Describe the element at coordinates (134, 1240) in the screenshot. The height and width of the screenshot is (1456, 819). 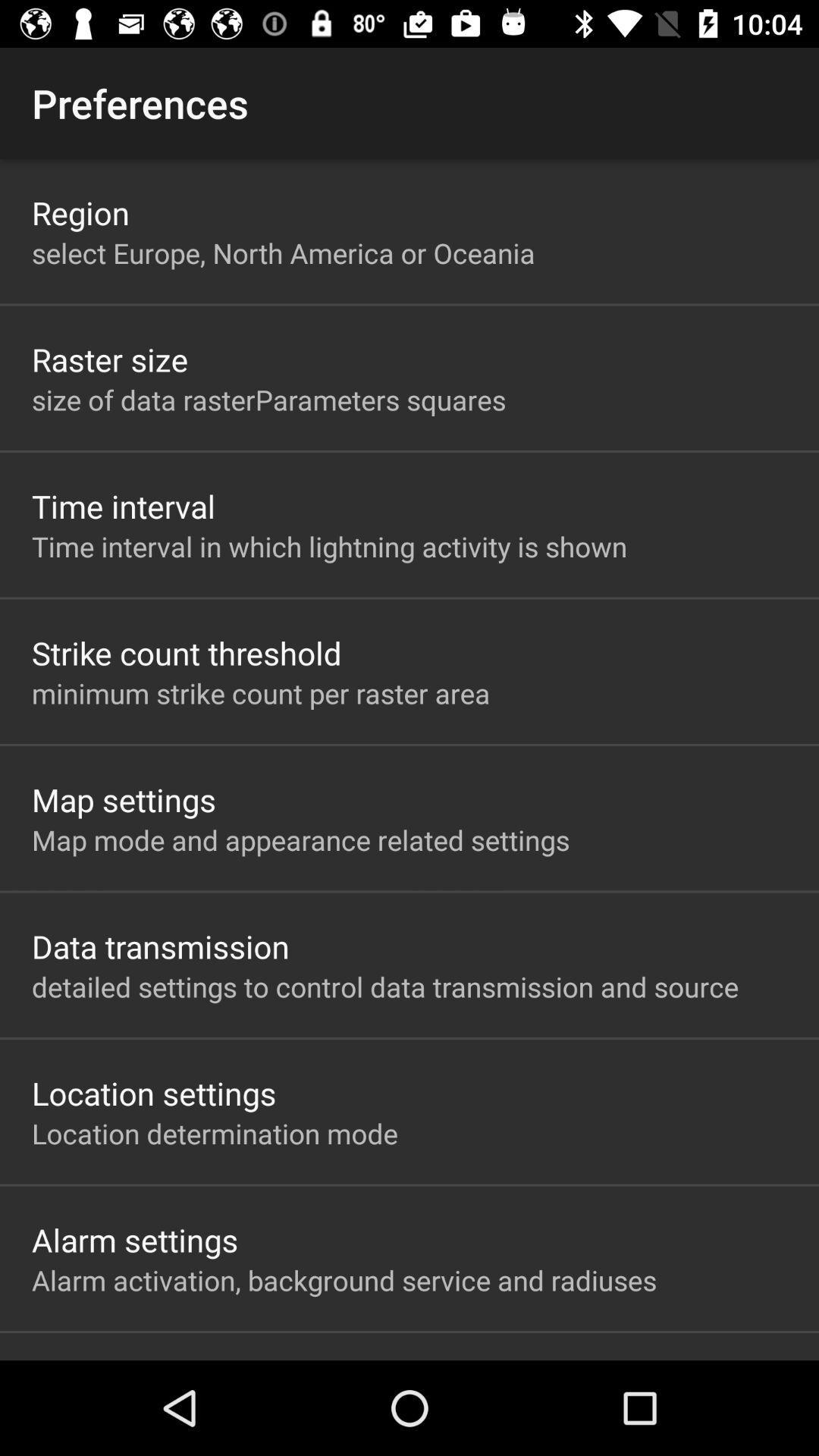
I see `the alarm settings` at that location.